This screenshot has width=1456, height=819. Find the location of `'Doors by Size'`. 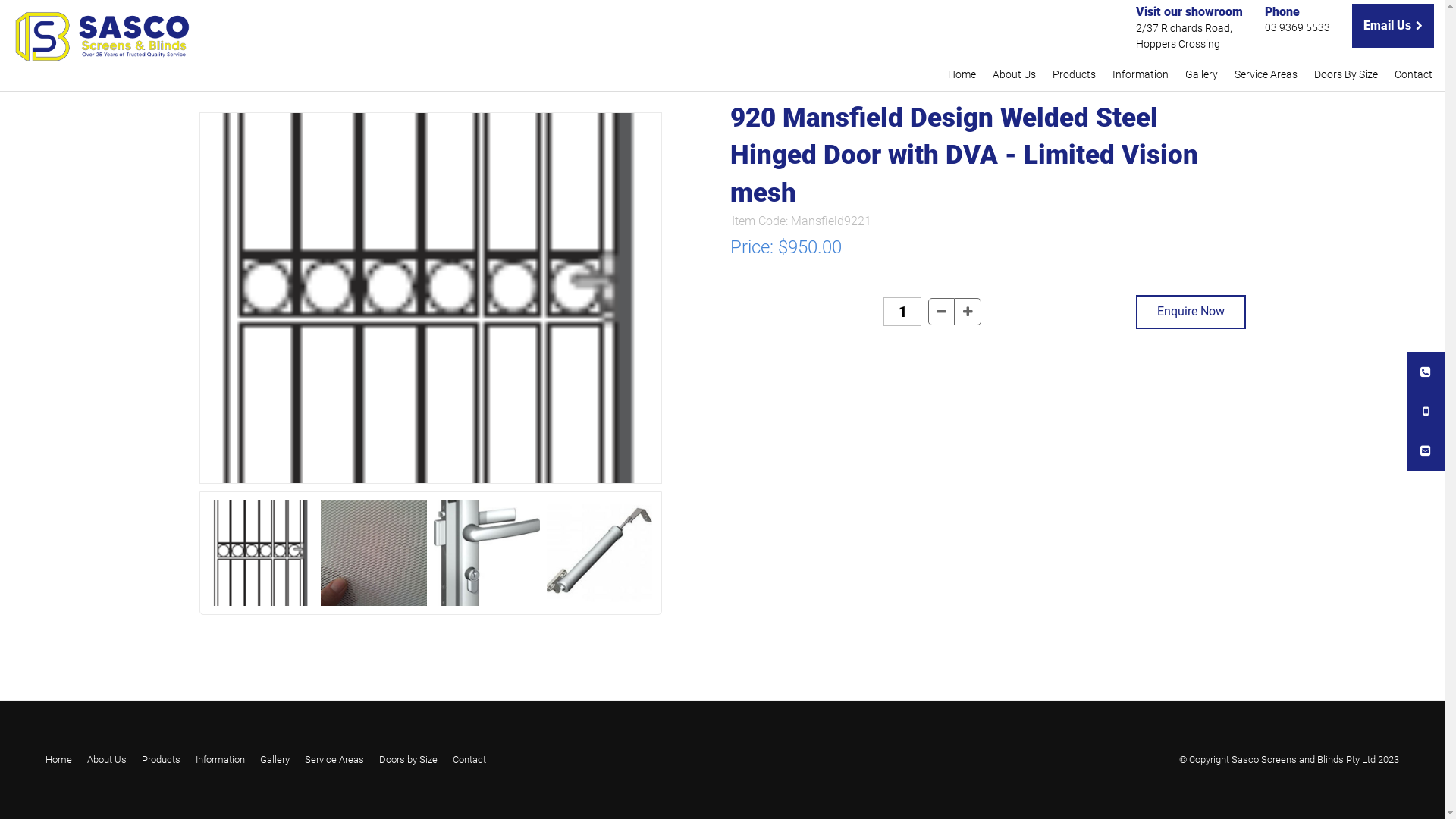

'Doors by Size' is located at coordinates (371, 760).